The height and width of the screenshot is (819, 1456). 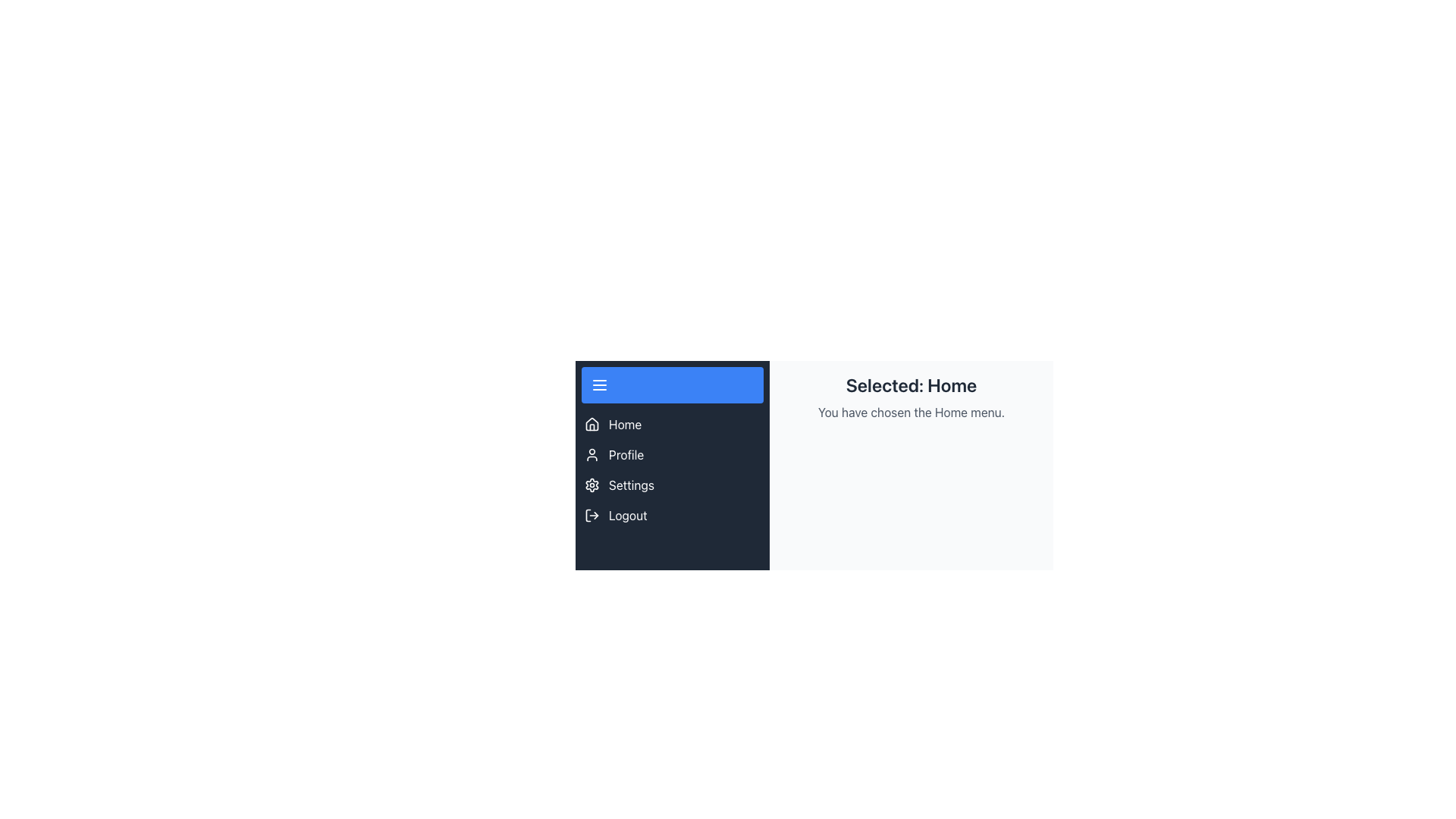 I want to click on the 'Settings' navigational menu item in the sidebar, so click(x=672, y=485).